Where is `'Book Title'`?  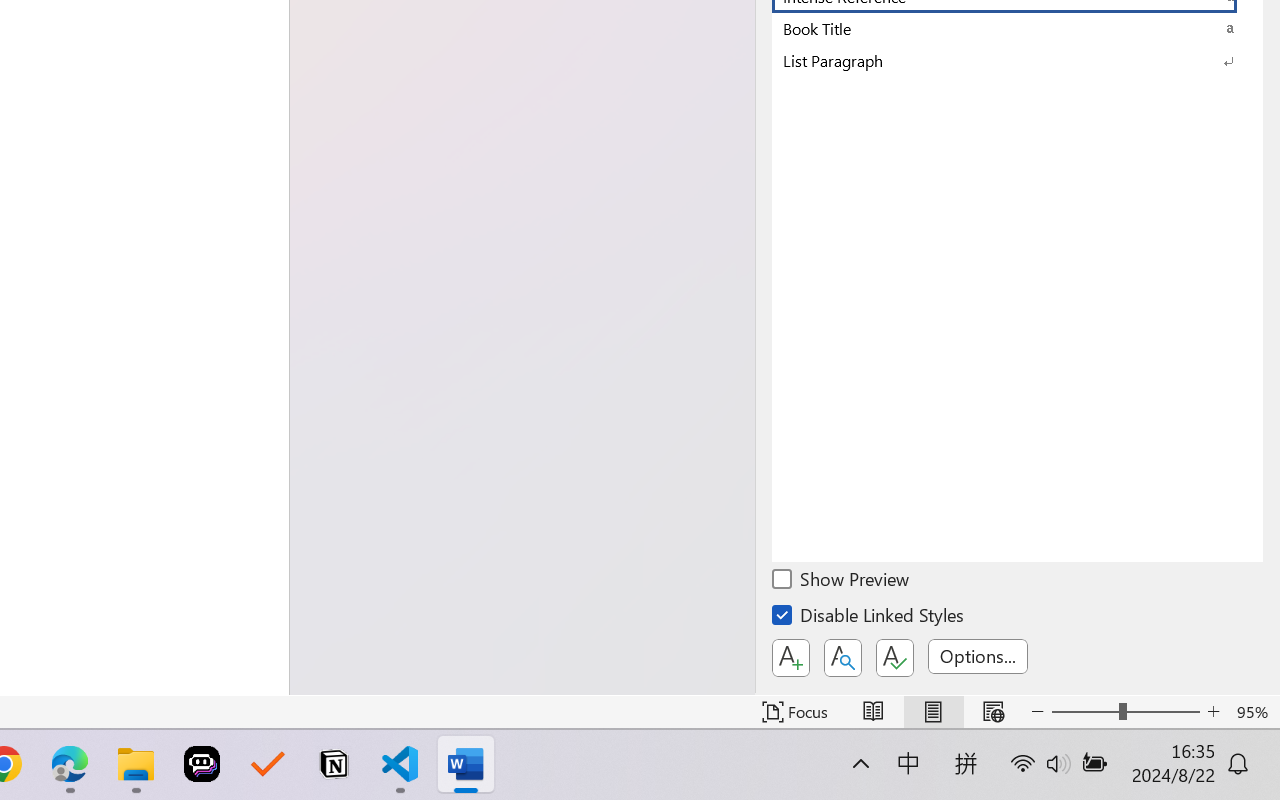
'Book Title' is located at coordinates (1017, 28).